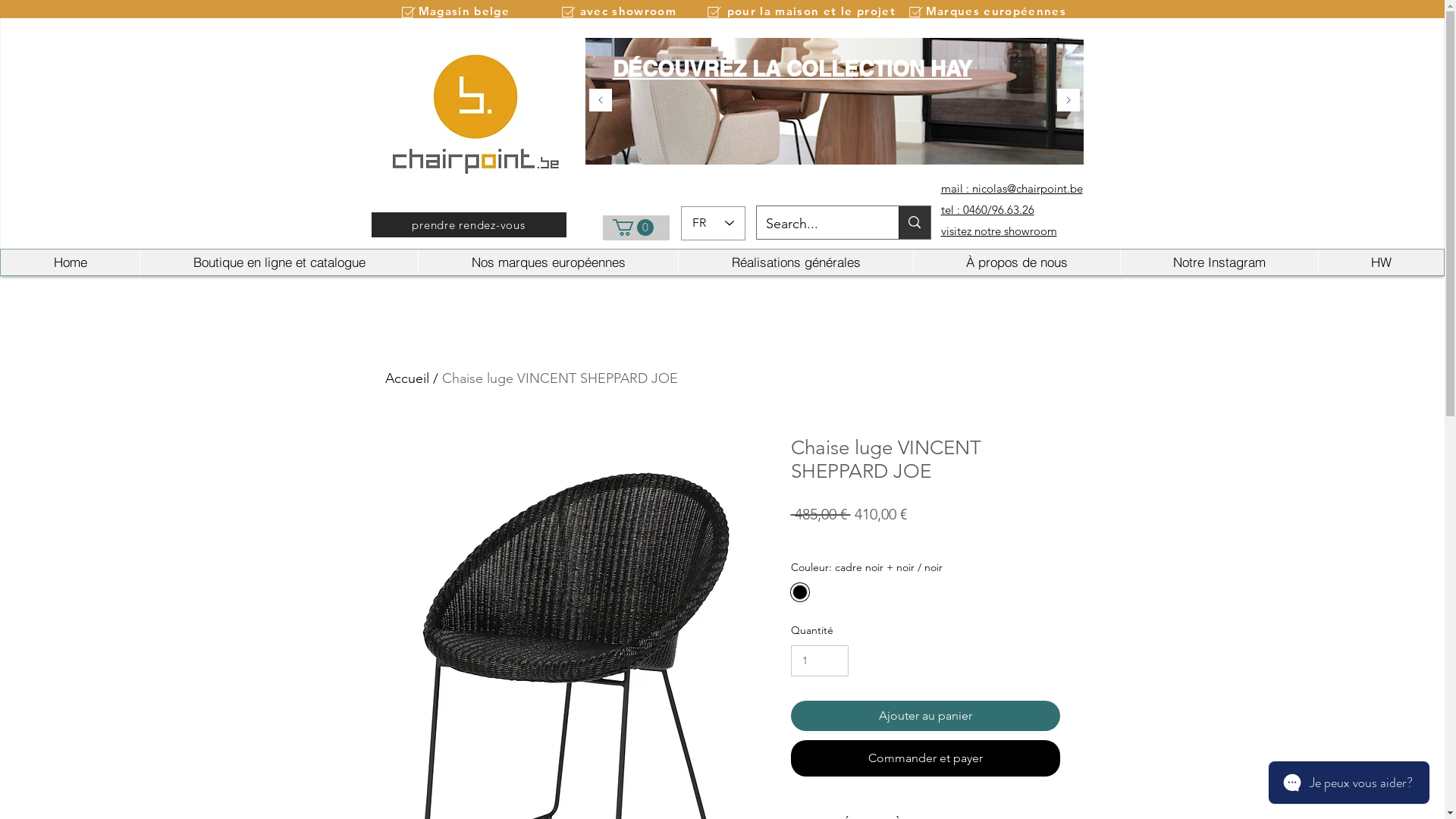 This screenshot has width=1456, height=819. Describe the element at coordinates (1219, 262) in the screenshot. I see `'Notre Instagram'` at that location.